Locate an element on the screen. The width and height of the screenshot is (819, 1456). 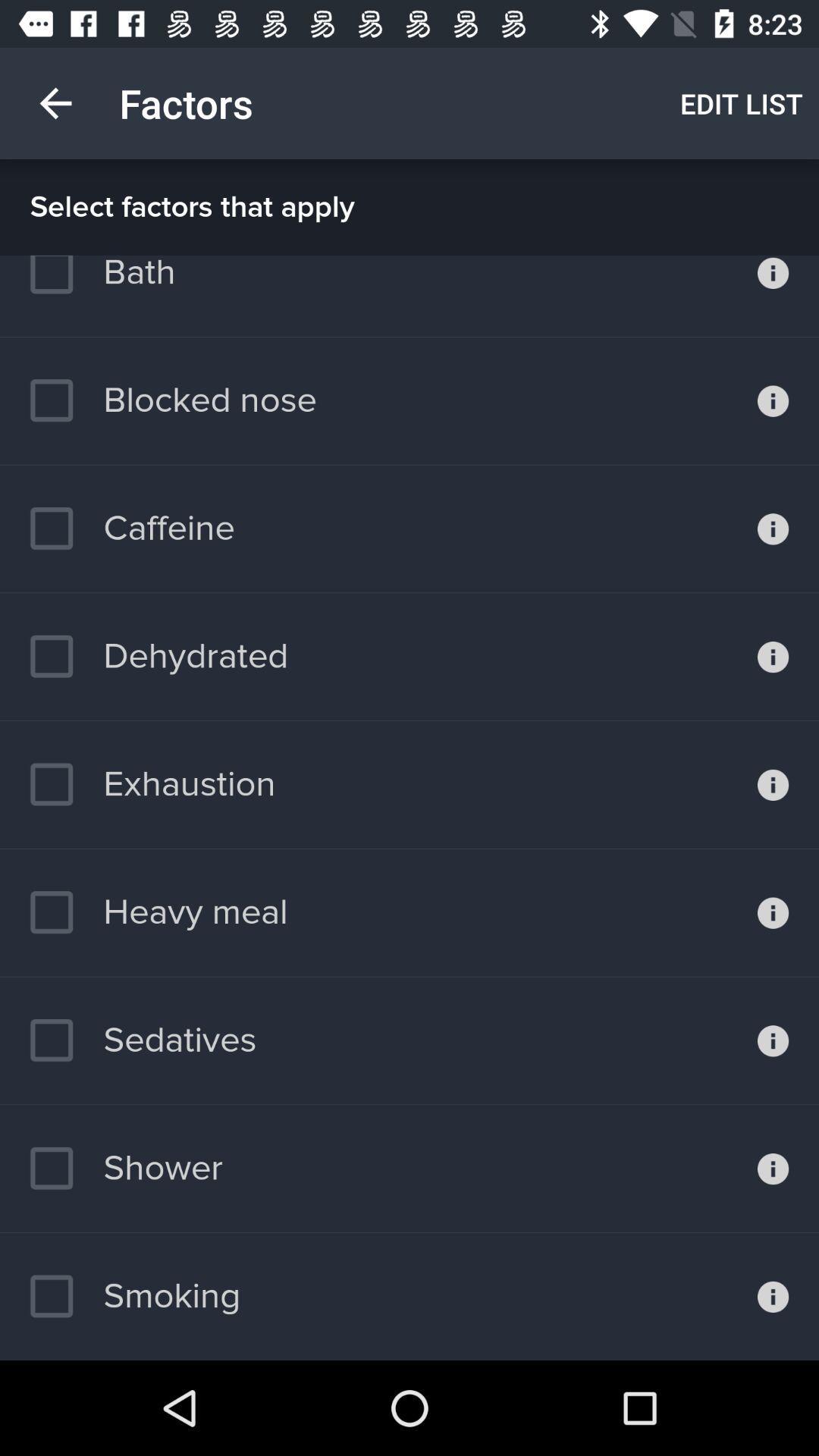
the item next to factors item is located at coordinates (741, 102).